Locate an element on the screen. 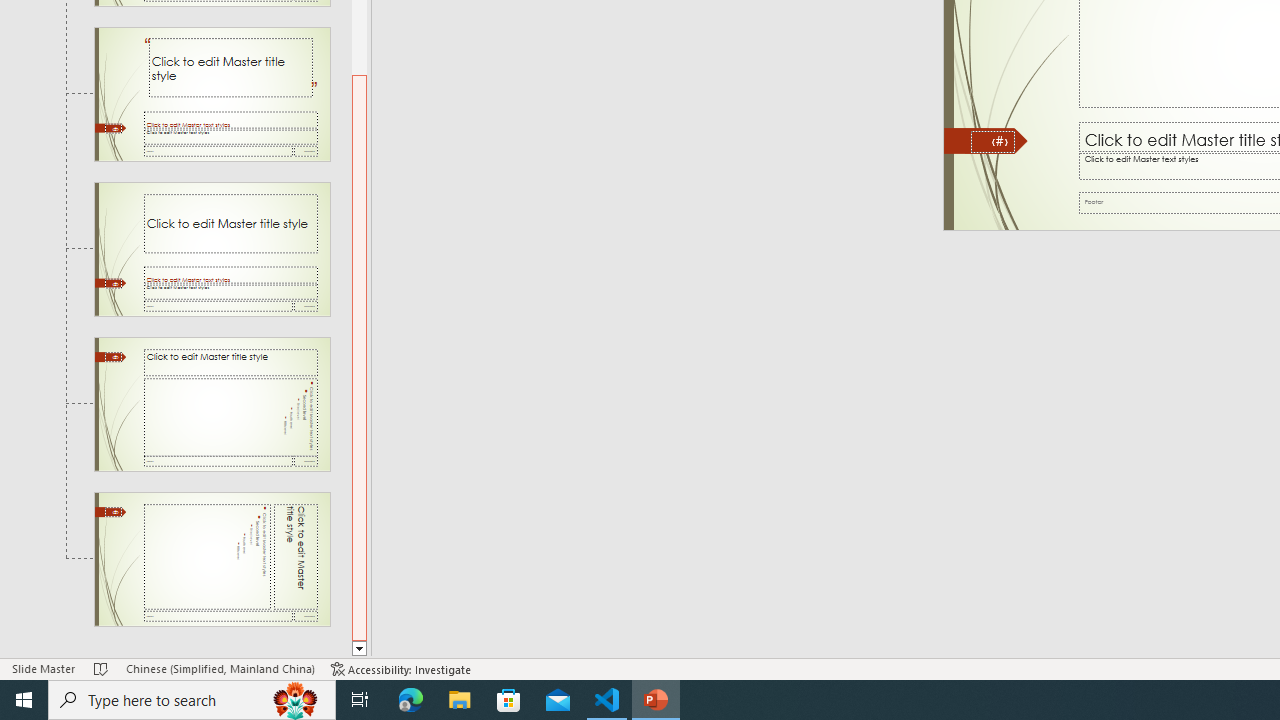 Image resolution: width=1280 pixels, height=720 pixels. 'Freeform 11' is located at coordinates (986, 140).